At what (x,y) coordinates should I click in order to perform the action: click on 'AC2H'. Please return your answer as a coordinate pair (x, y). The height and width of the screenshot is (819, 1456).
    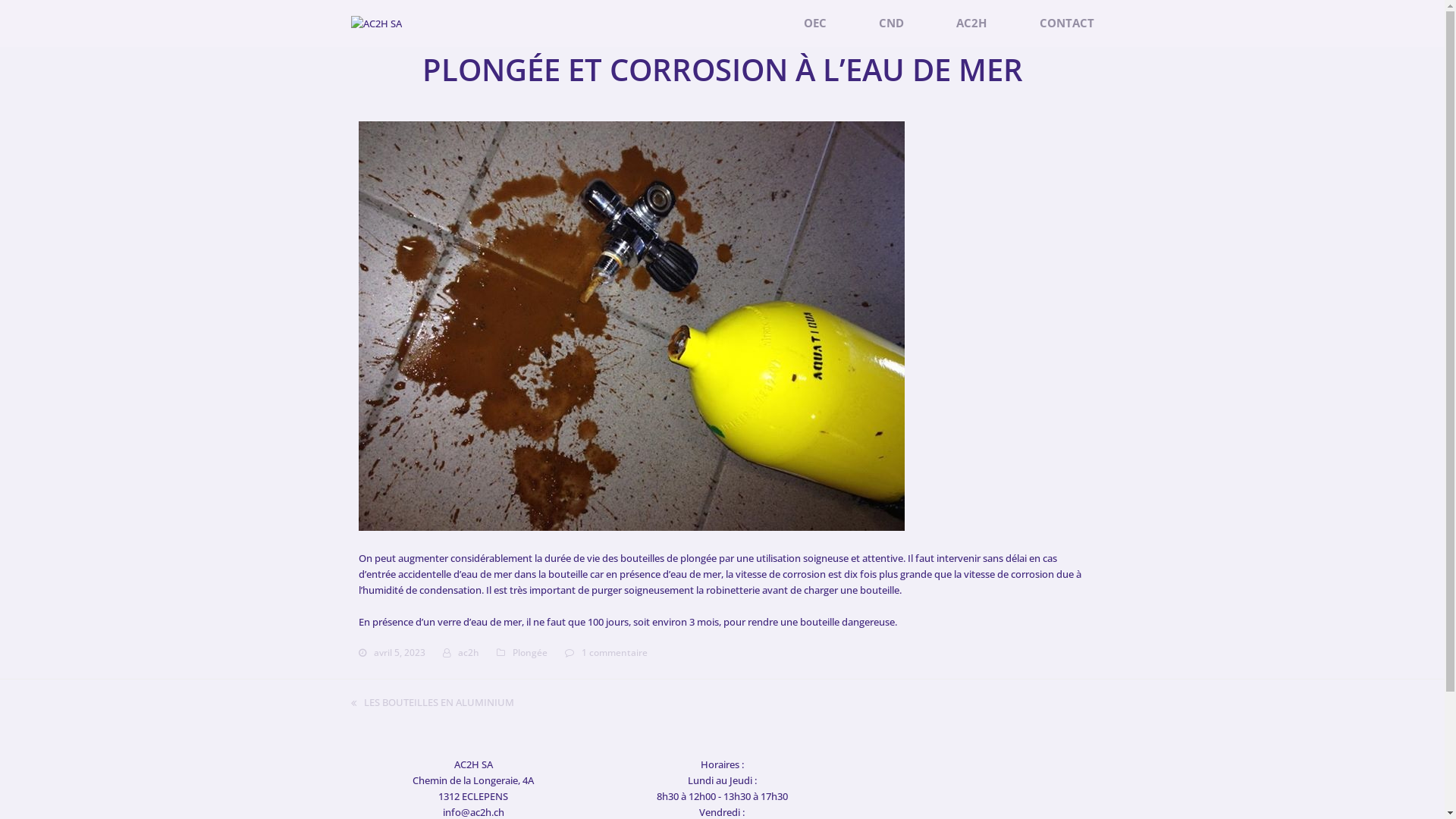
    Looking at the image, I should click on (940, 23).